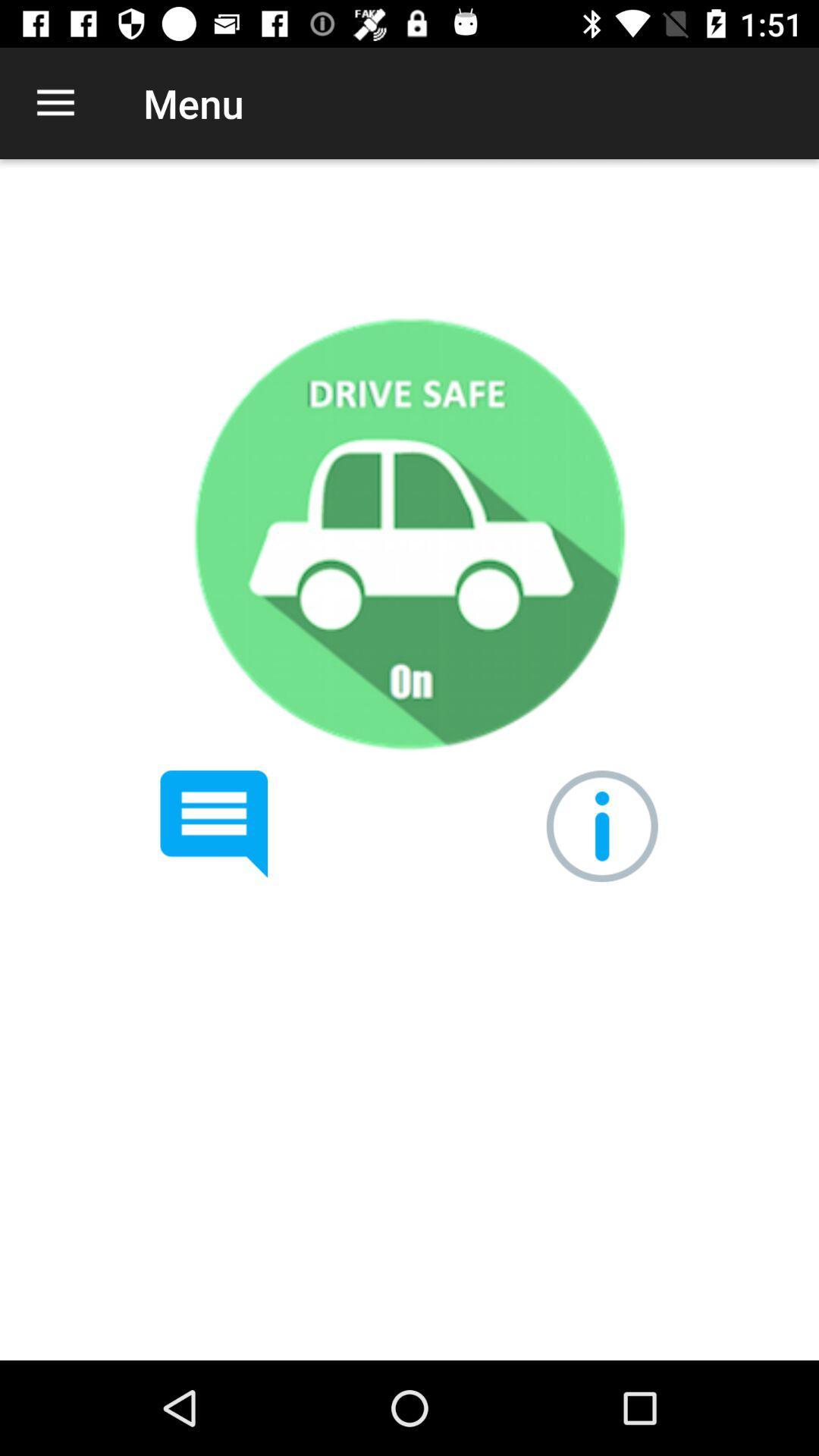  What do you see at coordinates (408, 533) in the screenshot?
I see `turn drive safe off` at bounding box center [408, 533].